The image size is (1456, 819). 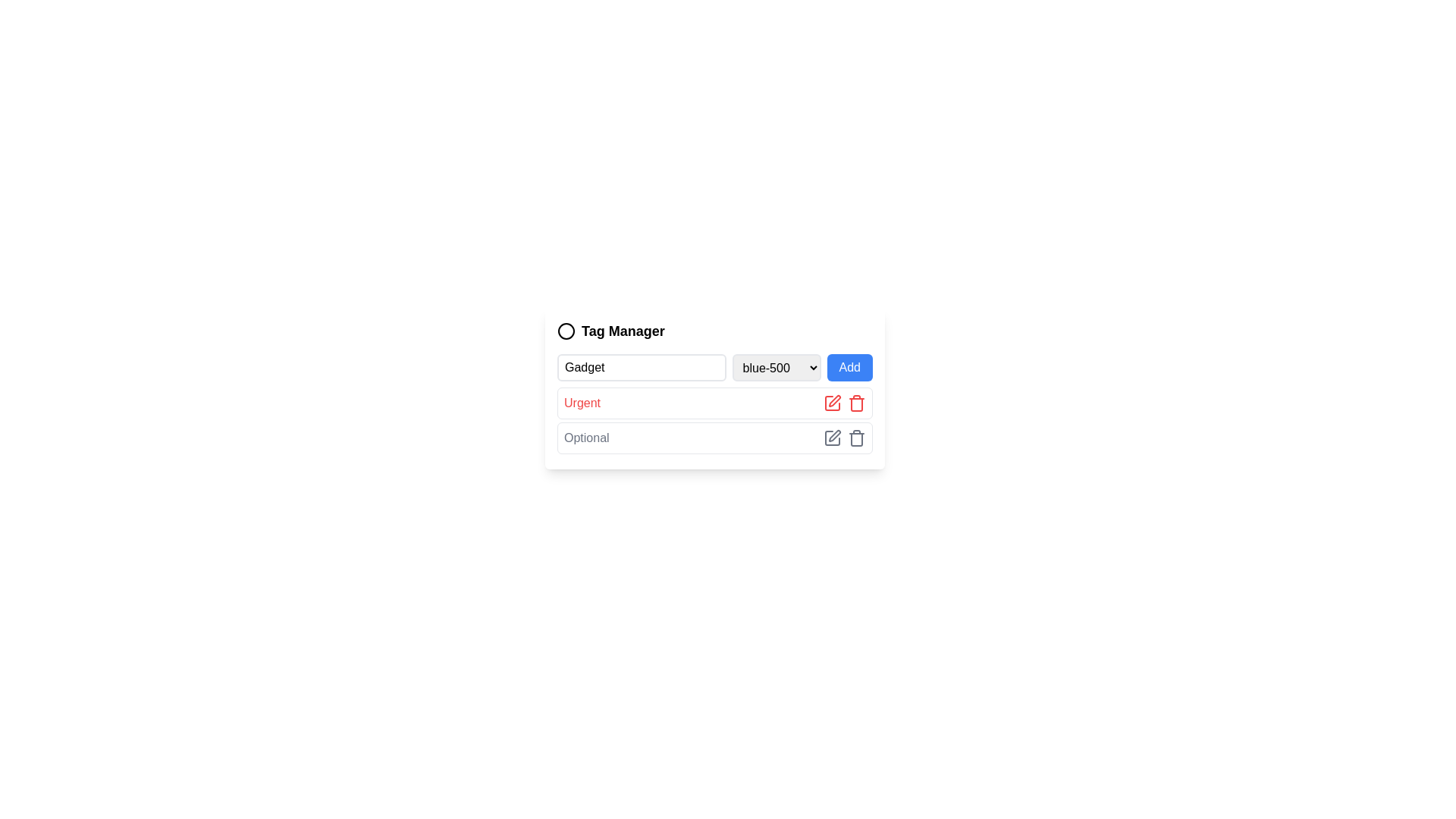 What do you see at coordinates (843, 438) in the screenshot?
I see `the pen icon in the icon group` at bounding box center [843, 438].